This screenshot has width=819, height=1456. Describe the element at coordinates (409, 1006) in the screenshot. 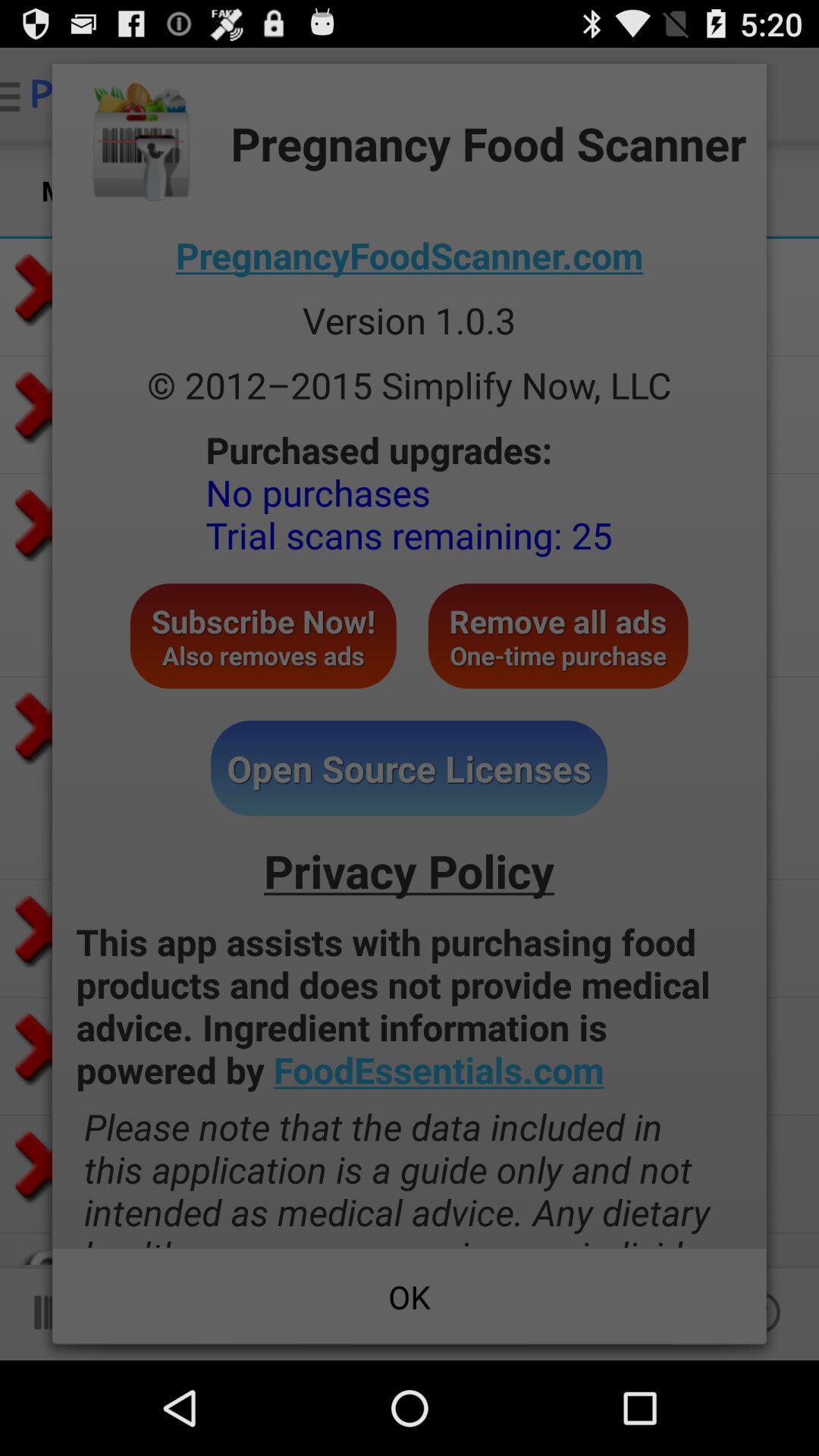

I see `the app above please note that item` at that location.